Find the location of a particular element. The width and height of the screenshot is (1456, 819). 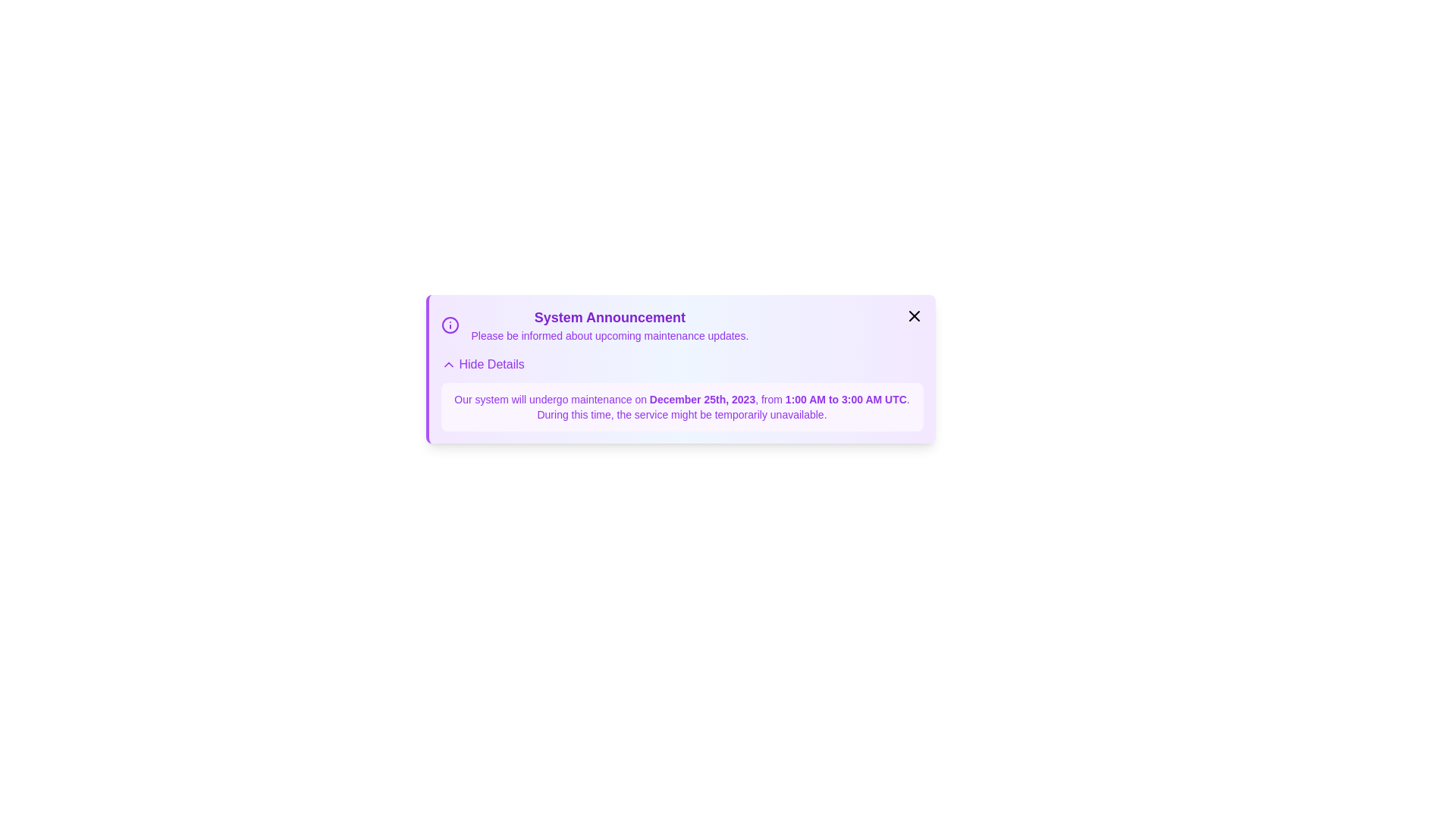

the Text label that informs users about the specific time duration for the system maintenance schedule, located under the text 'December 25th, 2023' is located at coordinates (843, 399).